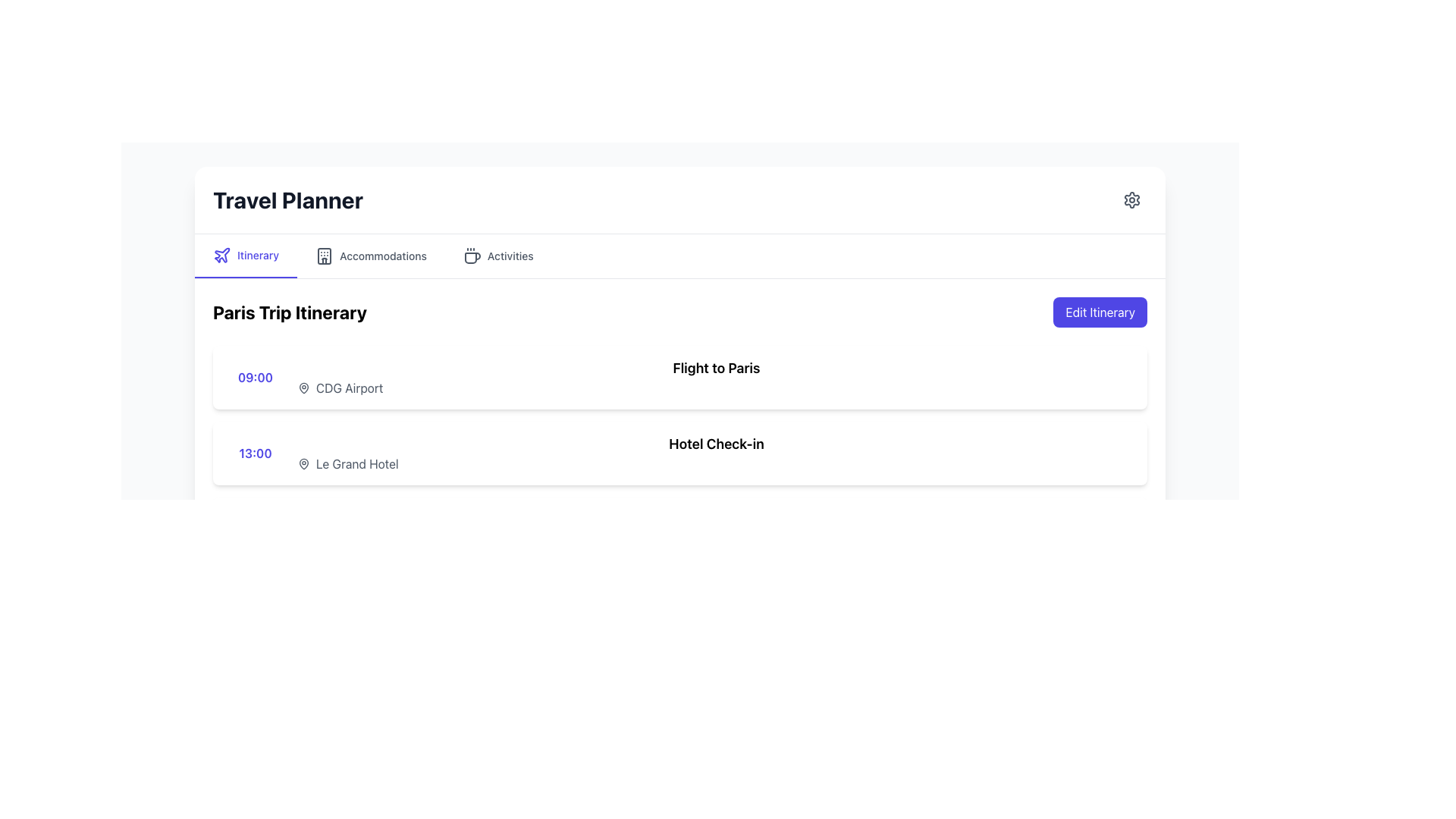  I want to click on the text label 'Flight to Paris', which is prominently displayed in bold and large font size at the top-right section of the '09:00' itinerary row in the 'Paris Trip Itinerary' list, so click(716, 369).